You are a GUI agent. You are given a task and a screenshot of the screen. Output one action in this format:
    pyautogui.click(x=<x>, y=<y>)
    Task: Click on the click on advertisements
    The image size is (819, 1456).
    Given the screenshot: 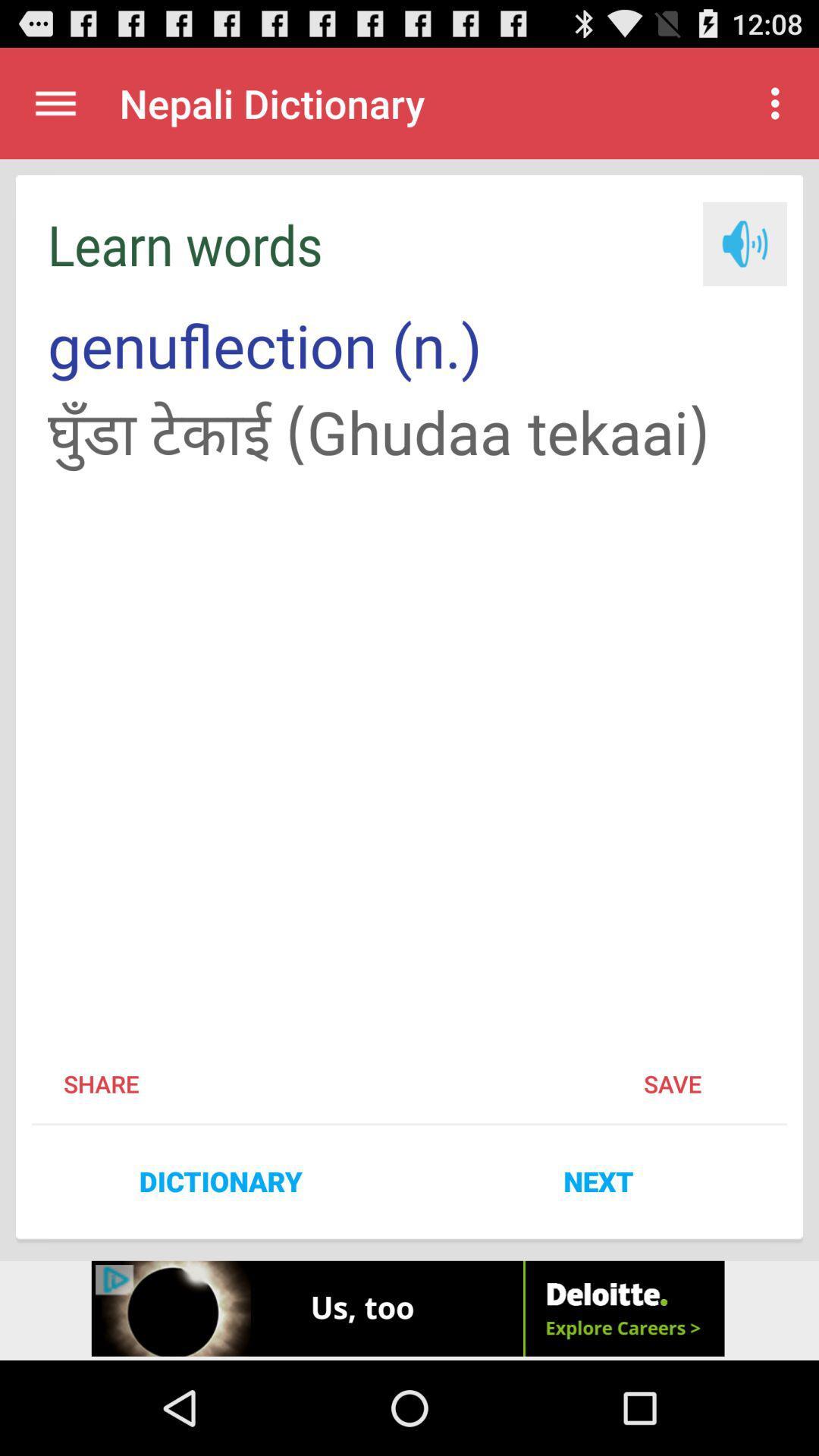 What is the action you would take?
    pyautogui.click(x=409, y=1310)
    